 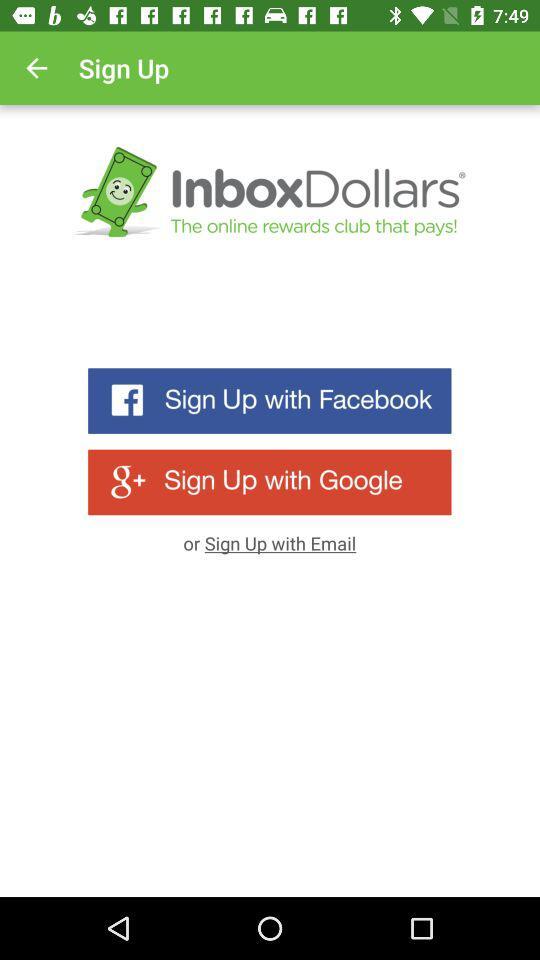 What do you see at coordinates (269, 400) in the screenshot?
I see `sign up with facebook account` at bounding box center [269, 400].